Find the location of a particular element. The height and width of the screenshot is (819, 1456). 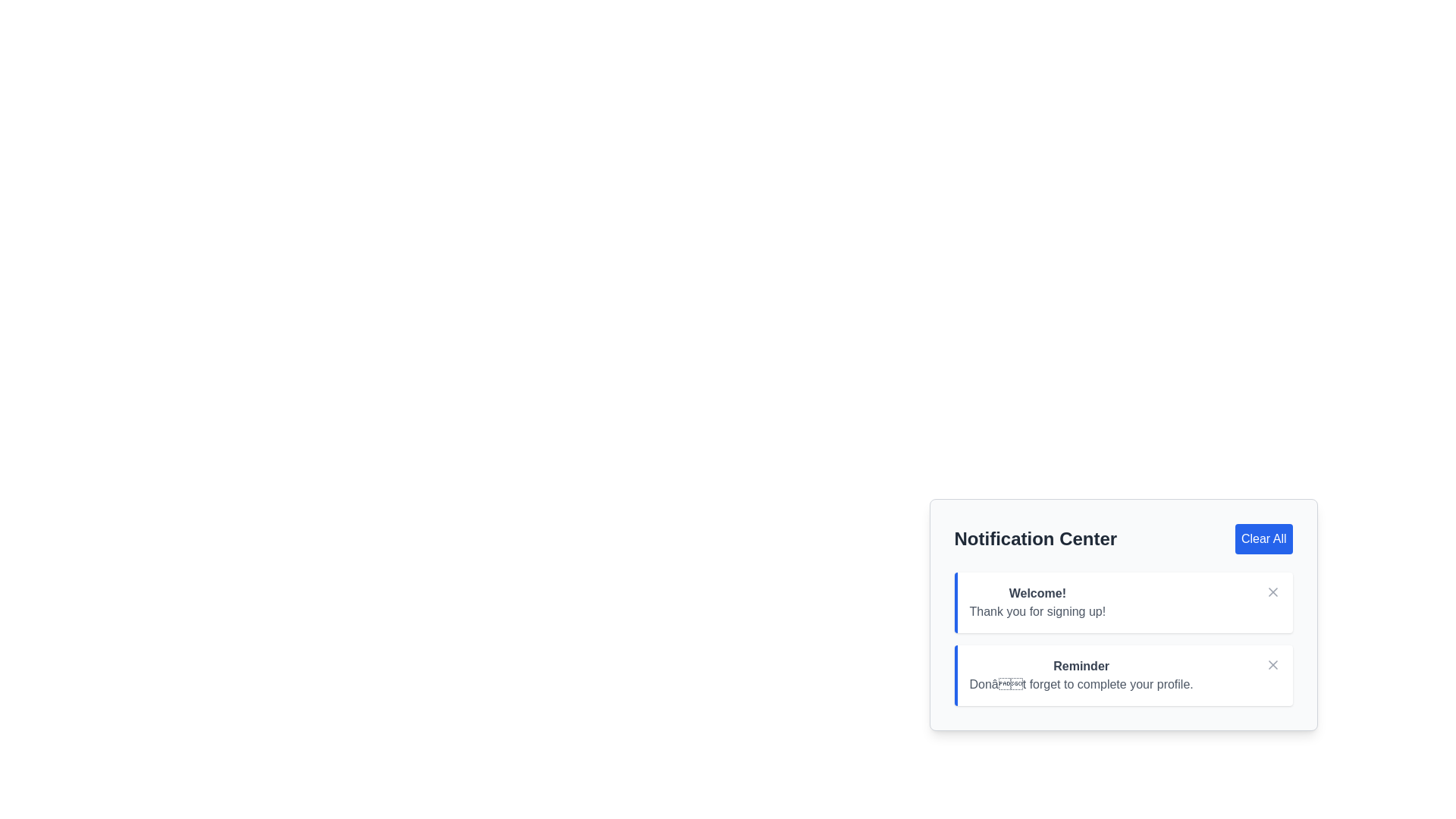

the text label displaying 'Thank you for signing up!' located in the 'Notification Center' pop-up is located at coordinates (1037, 610).